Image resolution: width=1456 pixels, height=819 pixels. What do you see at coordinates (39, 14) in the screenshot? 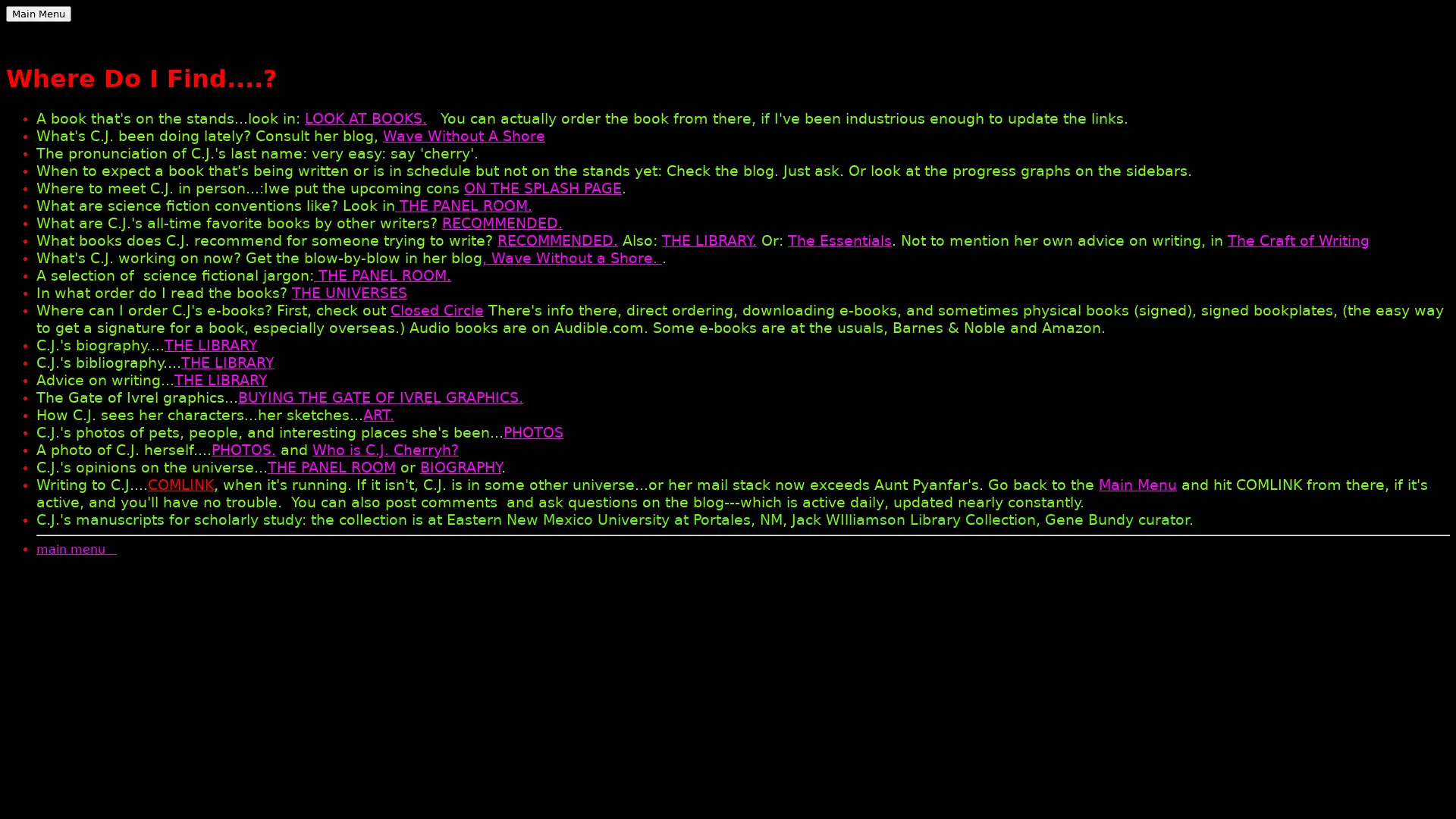
I see `Main Menu` at bounding box center [39, 14].